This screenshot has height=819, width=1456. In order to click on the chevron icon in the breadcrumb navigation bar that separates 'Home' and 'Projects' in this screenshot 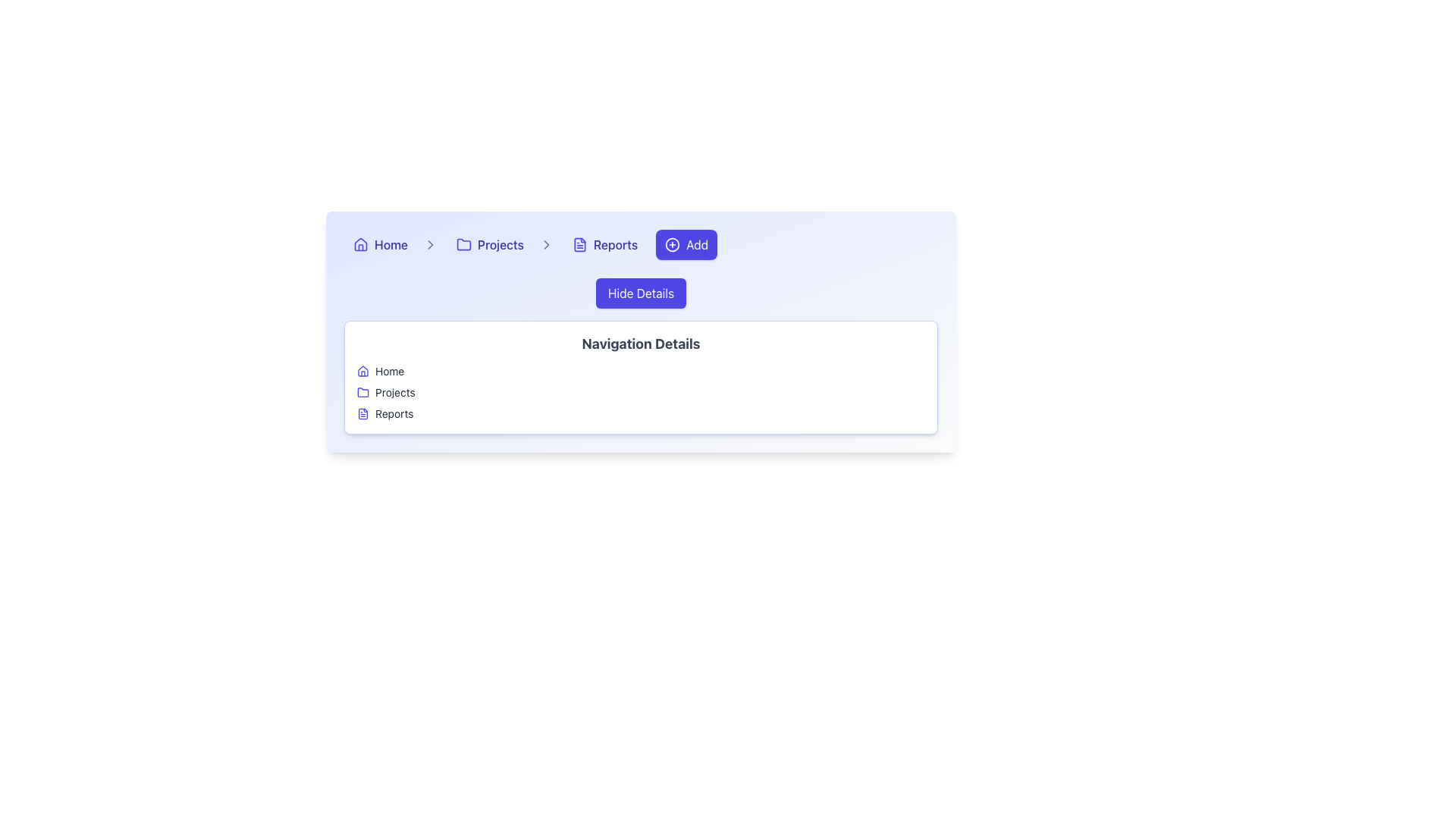, I will do `click(429, 244)`.